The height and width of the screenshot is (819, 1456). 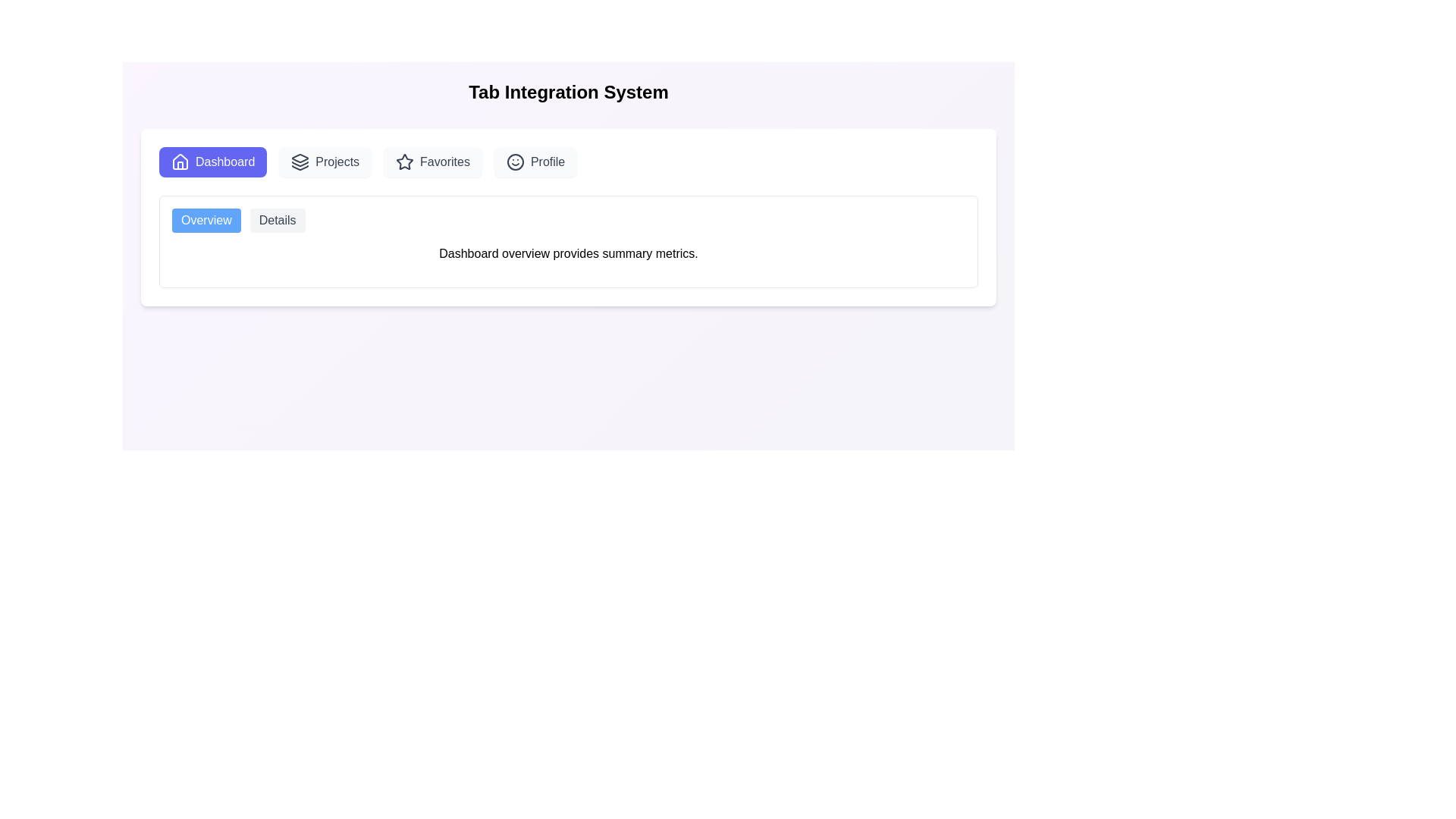 I want to click on the 'Home' or 'Dashboard' icon located near the left edge of the top navigation bar, so click(x=180, y=161).